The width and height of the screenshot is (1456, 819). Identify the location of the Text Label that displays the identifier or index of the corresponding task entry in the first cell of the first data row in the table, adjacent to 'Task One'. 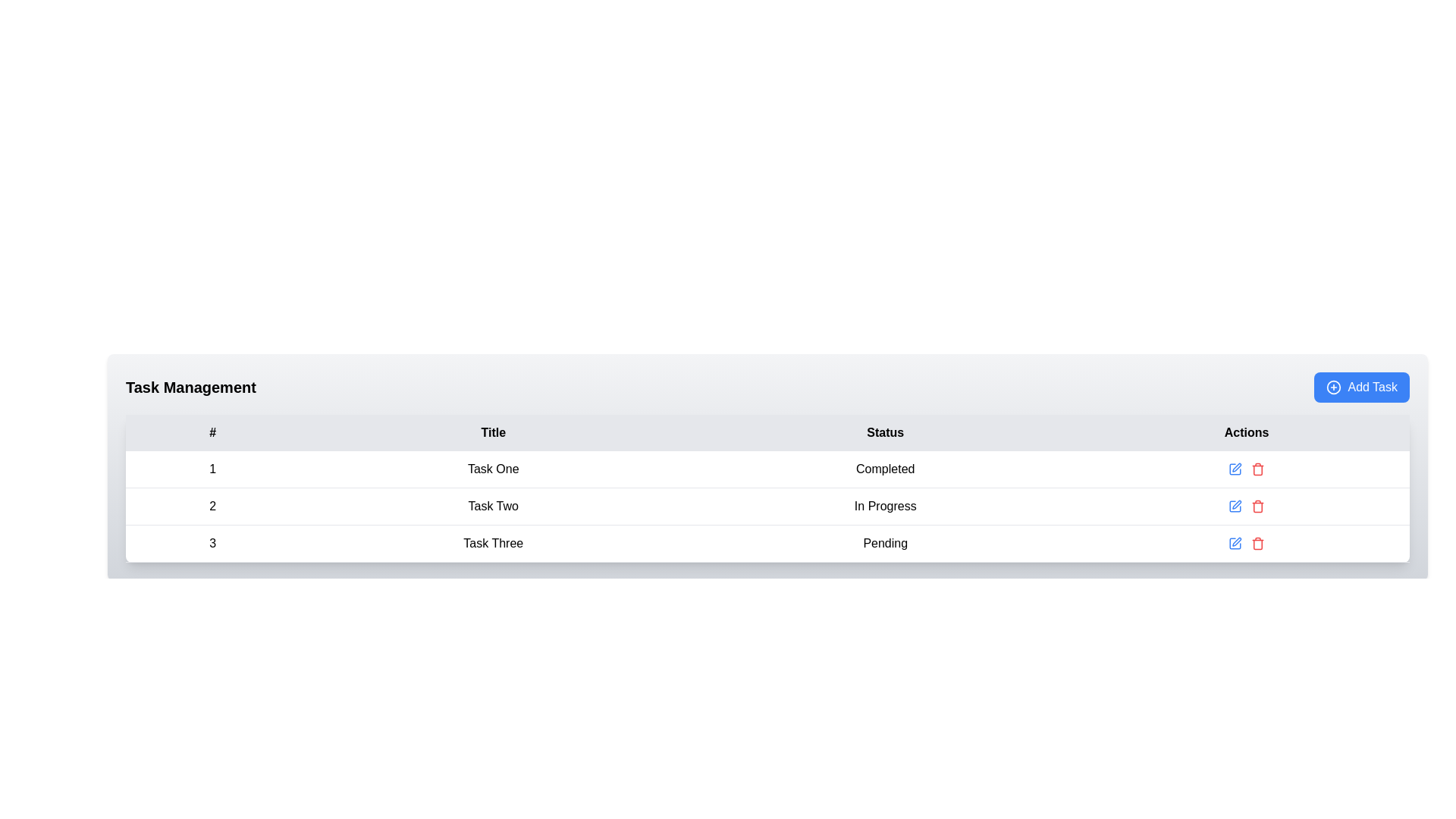
(212, 469).